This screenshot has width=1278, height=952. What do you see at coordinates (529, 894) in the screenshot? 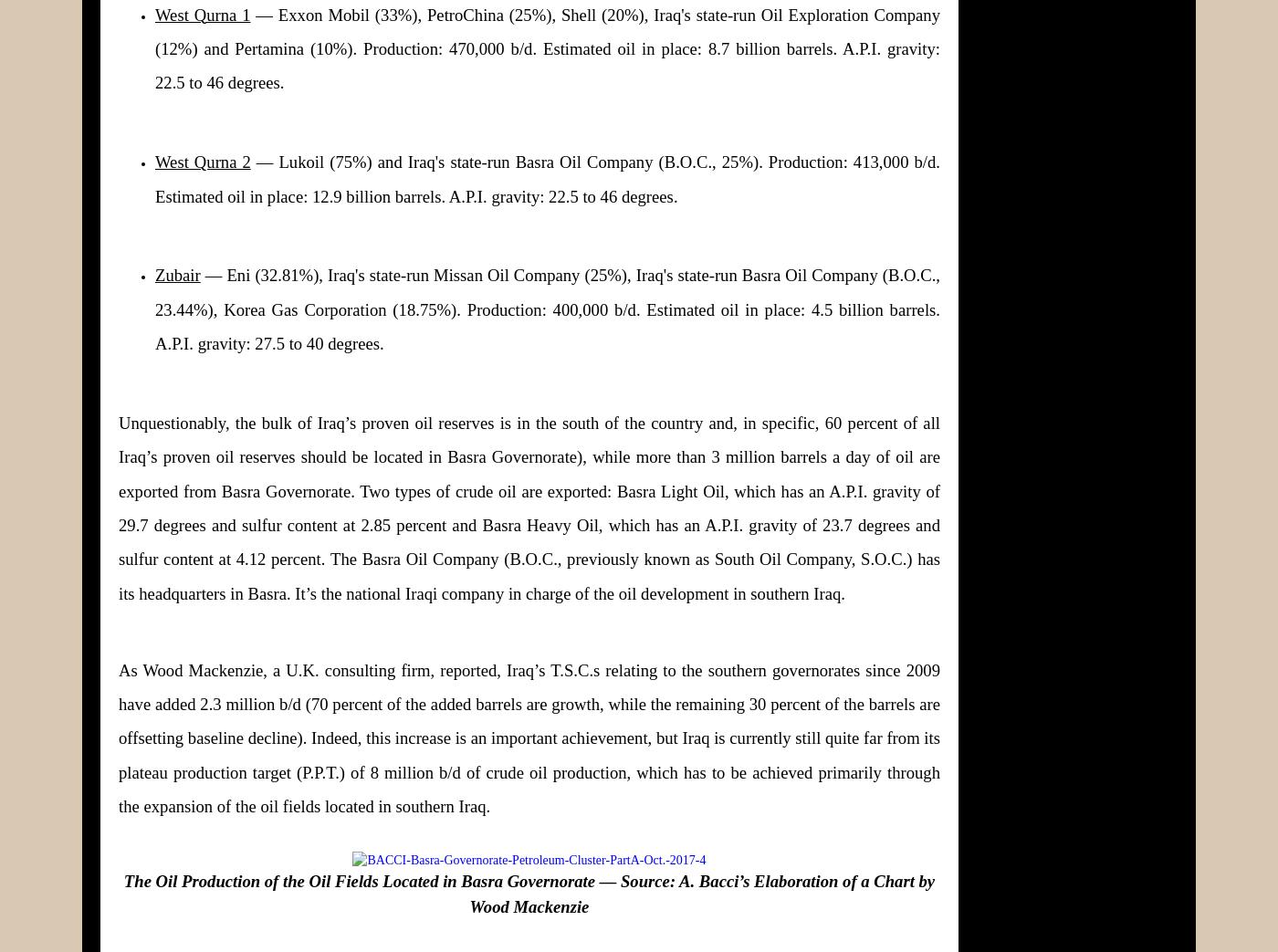
I see `'The Oil Production of the Oil
Fields Located in Basra Governorate — Source: A. Bacci’s Elaboration of a Chart
by Wood Mackenzie'` at bounding box center [529, 894].